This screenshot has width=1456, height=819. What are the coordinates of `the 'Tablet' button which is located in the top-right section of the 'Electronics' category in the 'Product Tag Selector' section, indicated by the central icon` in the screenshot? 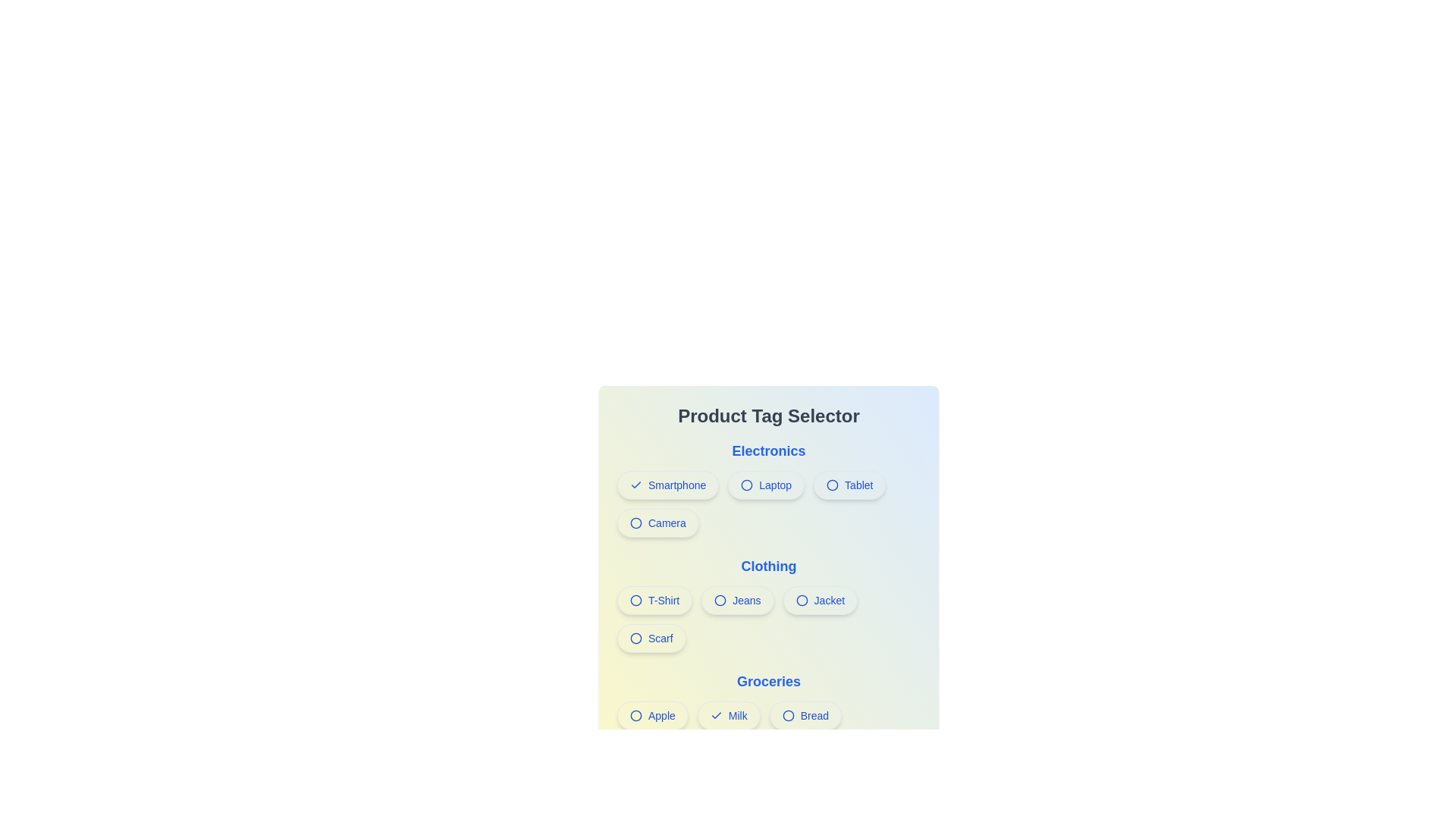 It's located at (832, 485).